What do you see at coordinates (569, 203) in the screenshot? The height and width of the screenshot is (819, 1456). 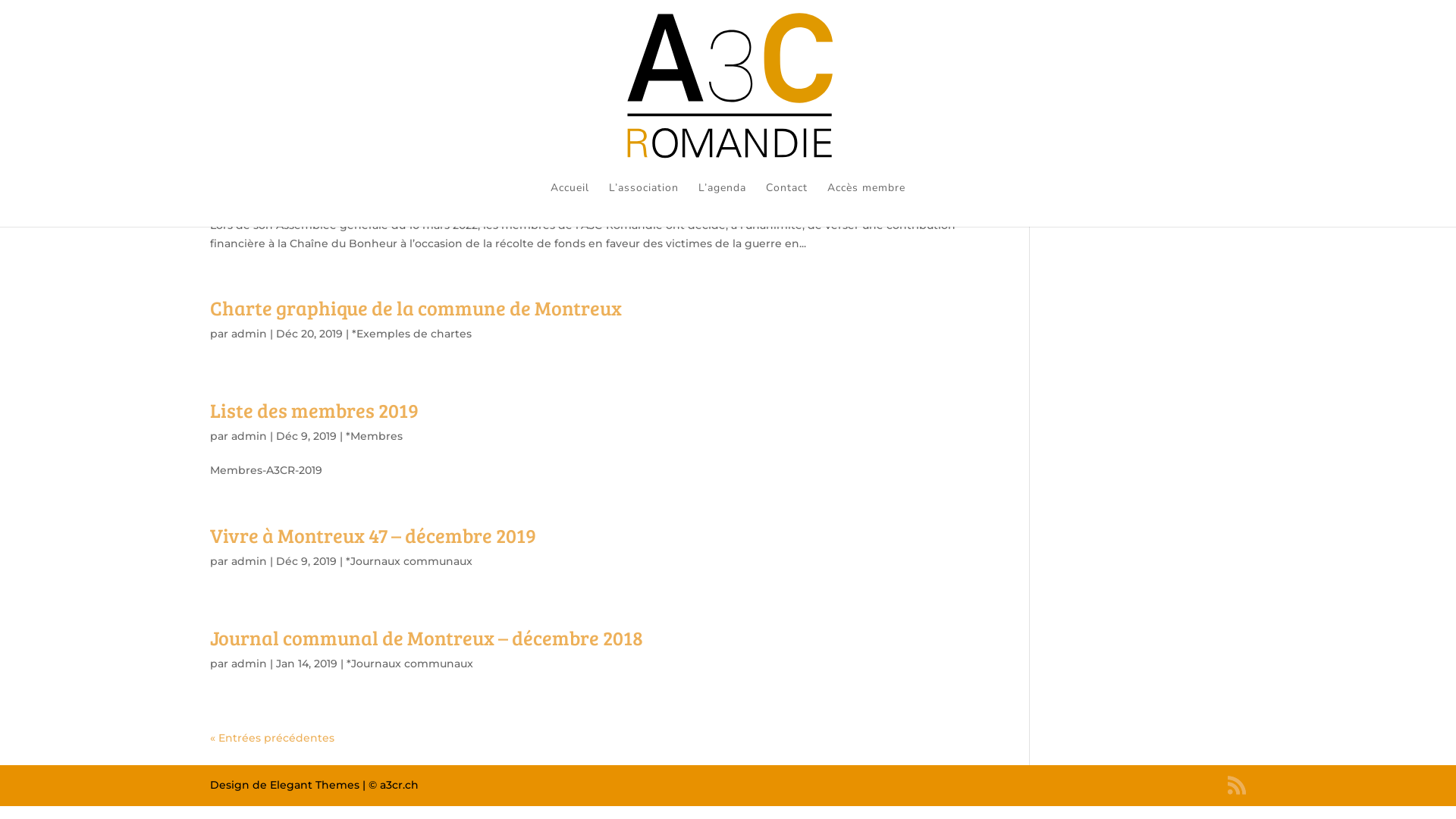 I see `'Accueil'` at bounding box center [569, 203].